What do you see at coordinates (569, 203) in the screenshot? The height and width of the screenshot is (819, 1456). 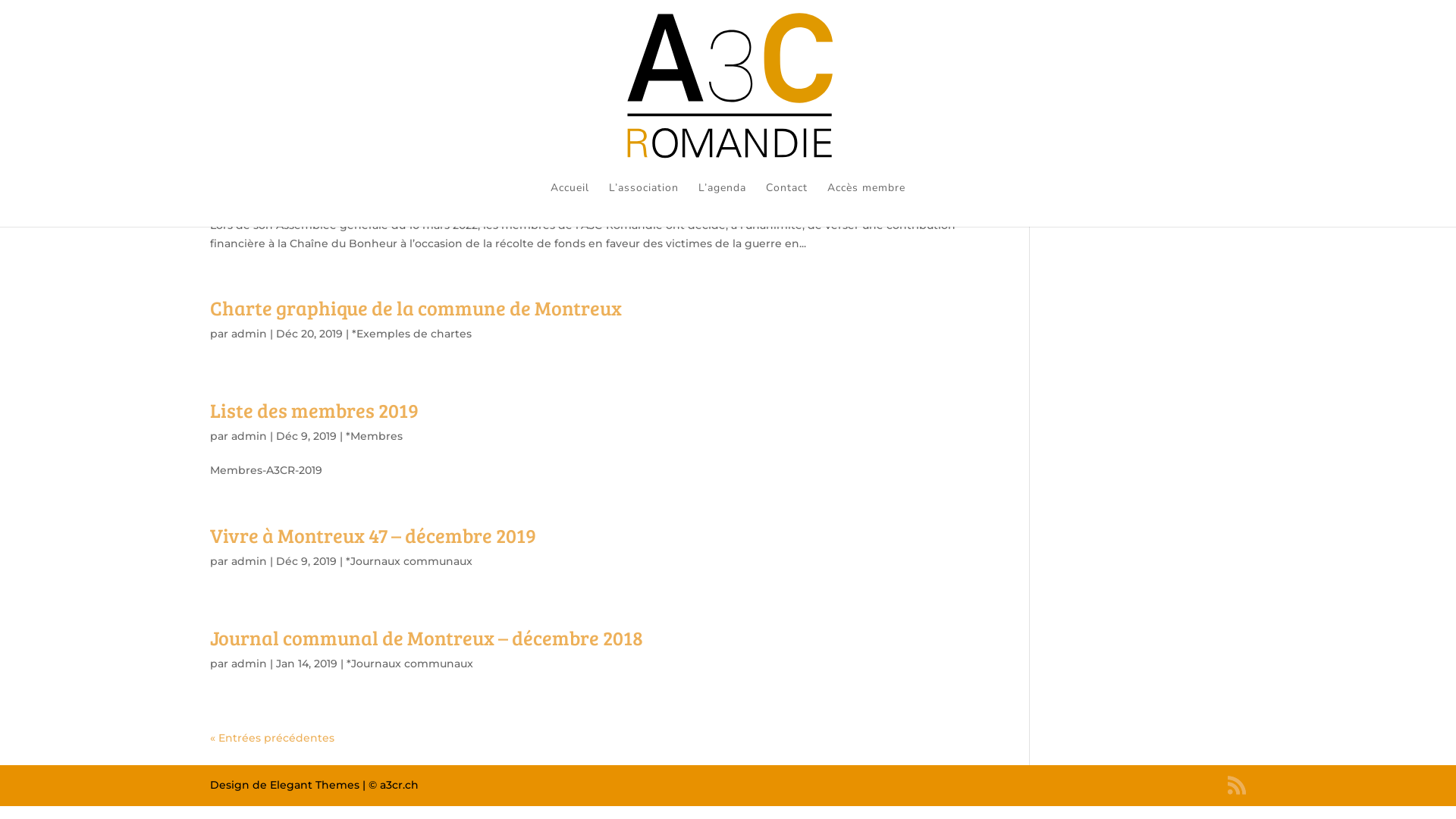 I see `'Accueil'` at bounding box center [569, 203].